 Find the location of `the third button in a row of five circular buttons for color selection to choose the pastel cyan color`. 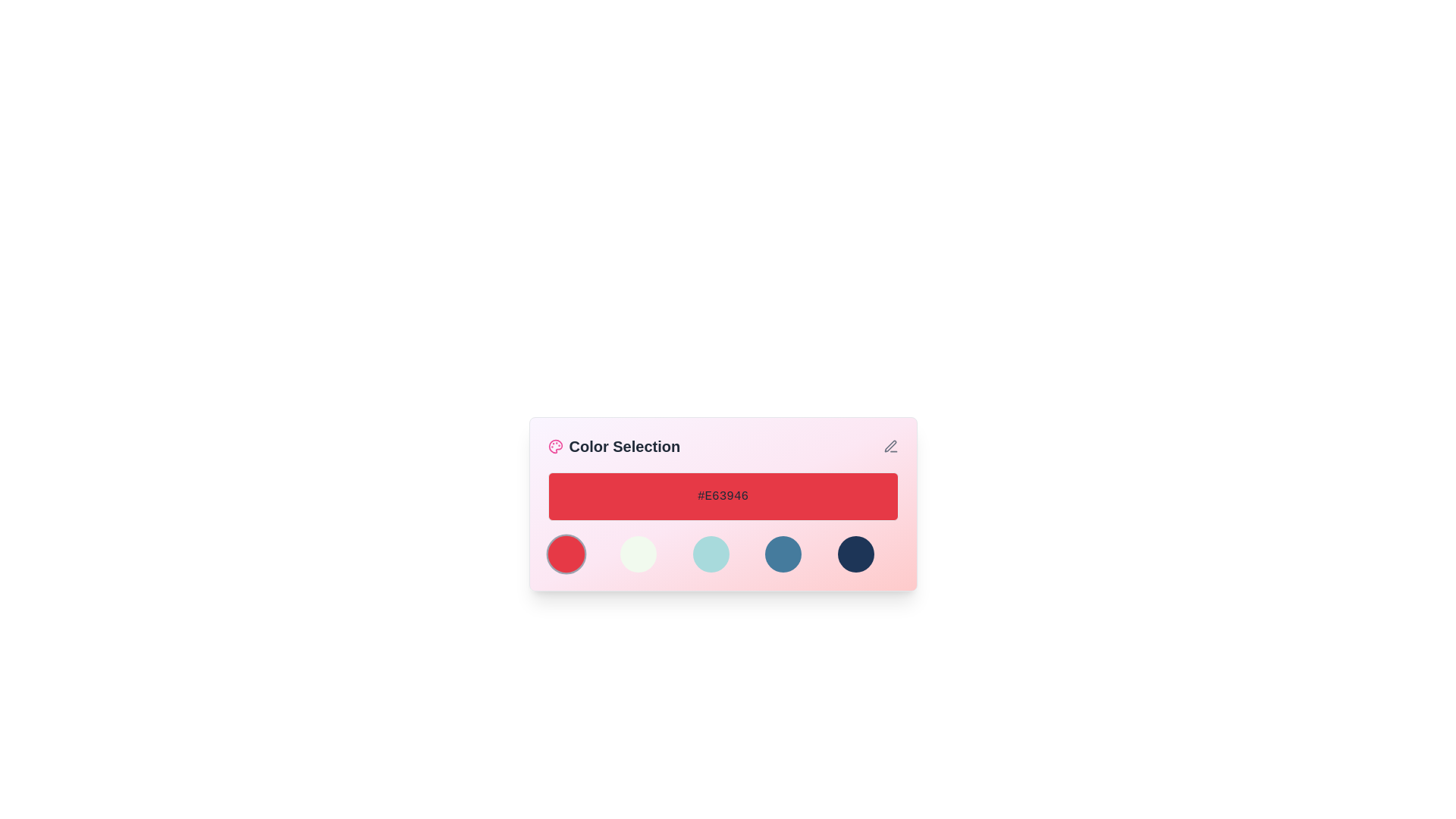

the third button in a row of five circular buttons for color selection to choose the pastel cyan color is located at coordinates (722, 554).